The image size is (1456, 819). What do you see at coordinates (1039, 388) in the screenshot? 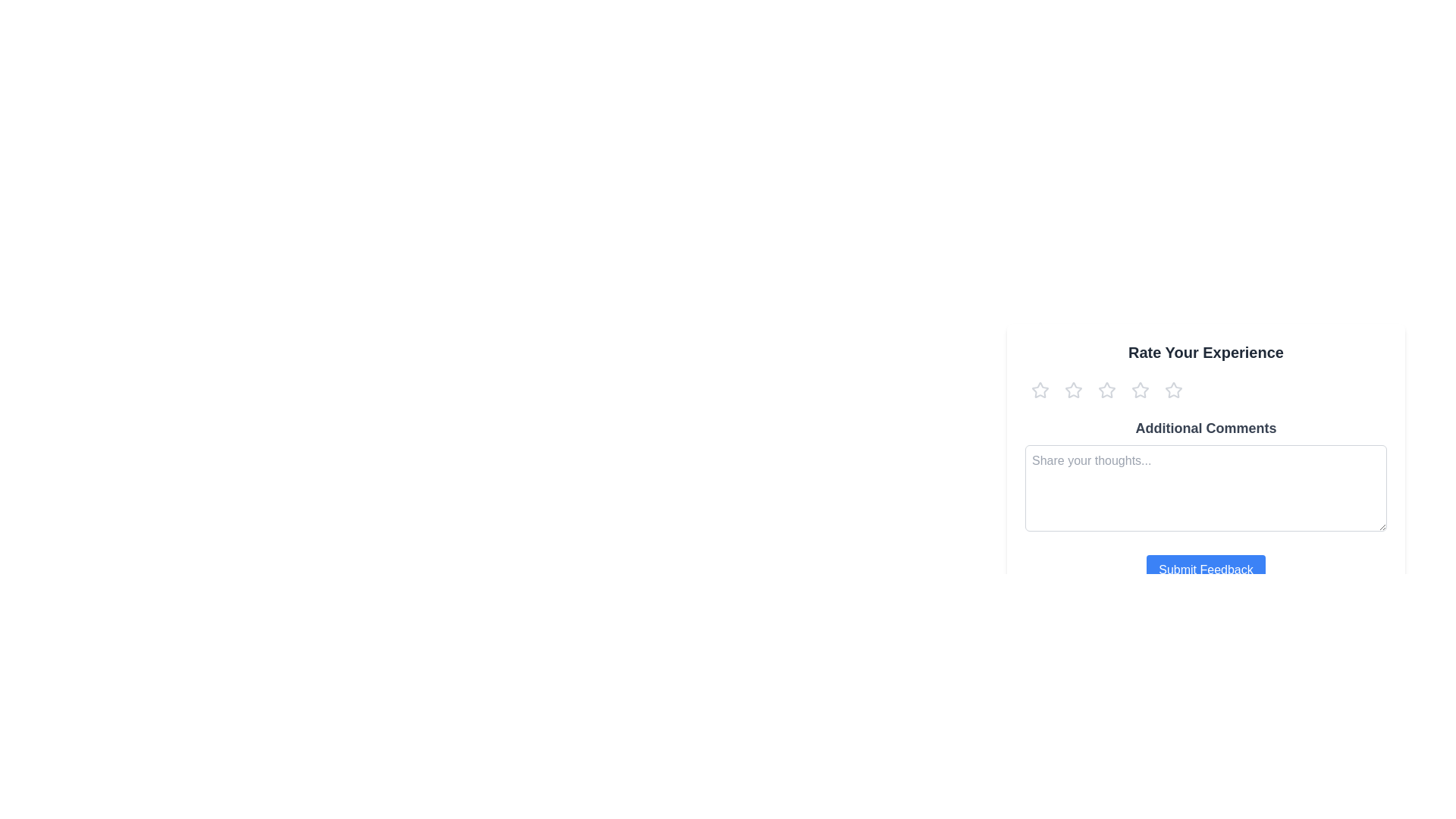
I see `the first star icon in the 'Rate Your Experience' section` at bounding box center [1039, 388].